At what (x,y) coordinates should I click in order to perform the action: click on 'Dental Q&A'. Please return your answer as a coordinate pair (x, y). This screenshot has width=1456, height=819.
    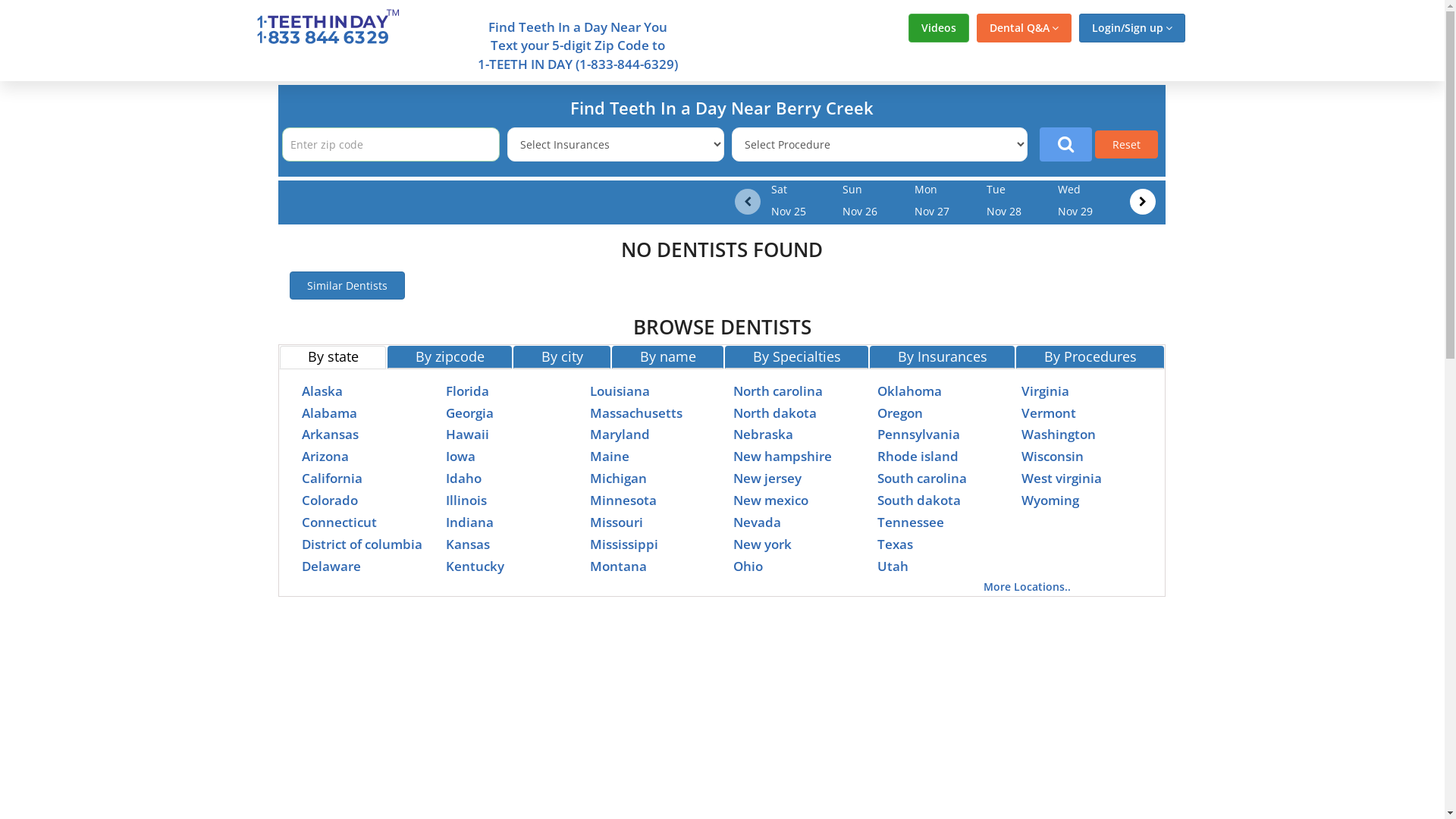
    Looking at the image, I should click on (1024, 28).